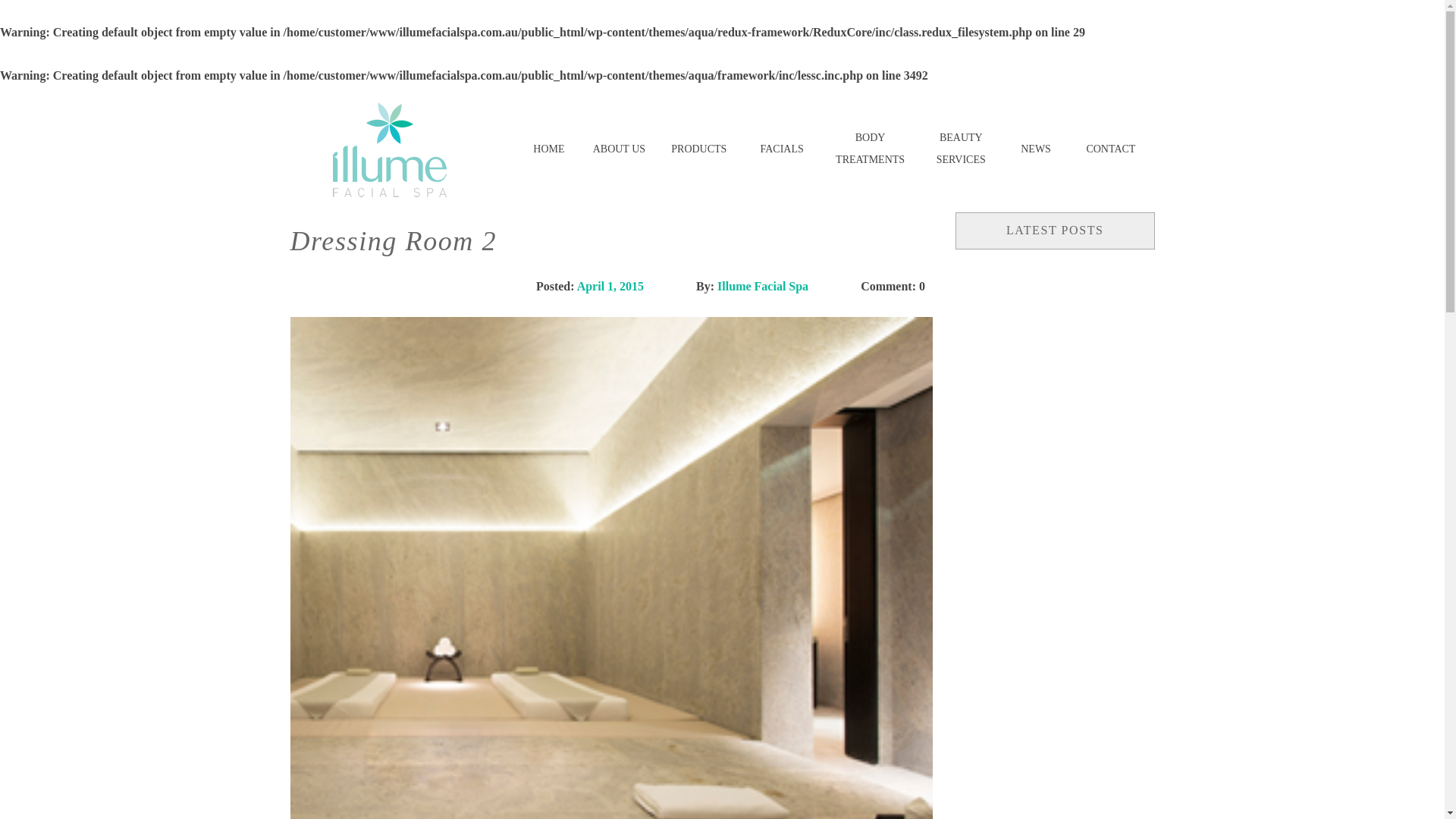  Describe the element at coordinates (781, 149) in the screenshot. I see `'FACIALS'` at that location.